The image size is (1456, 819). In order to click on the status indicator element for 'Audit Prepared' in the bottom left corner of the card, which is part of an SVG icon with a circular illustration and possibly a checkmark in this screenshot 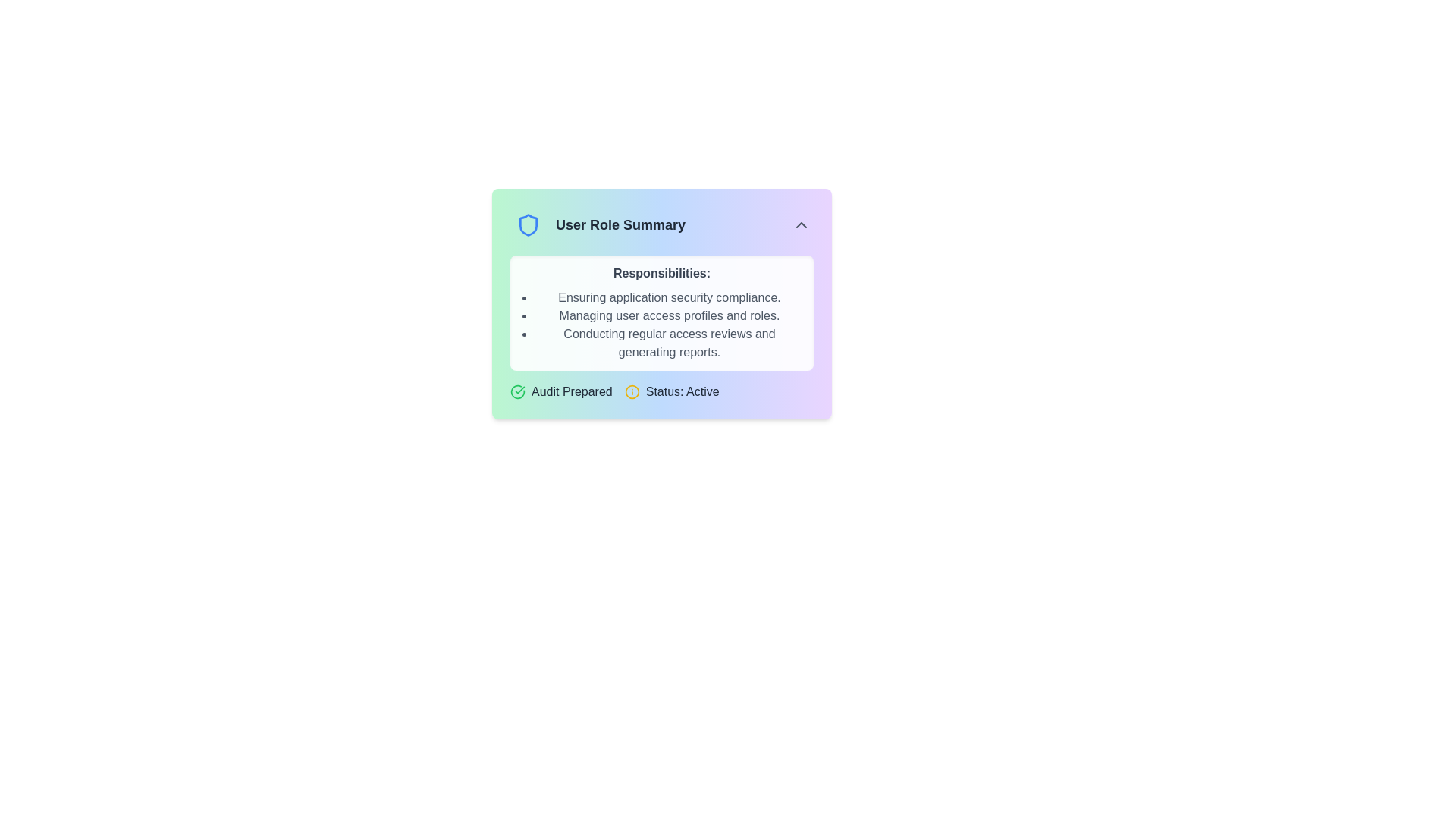, I will do `click(517, 391)`.